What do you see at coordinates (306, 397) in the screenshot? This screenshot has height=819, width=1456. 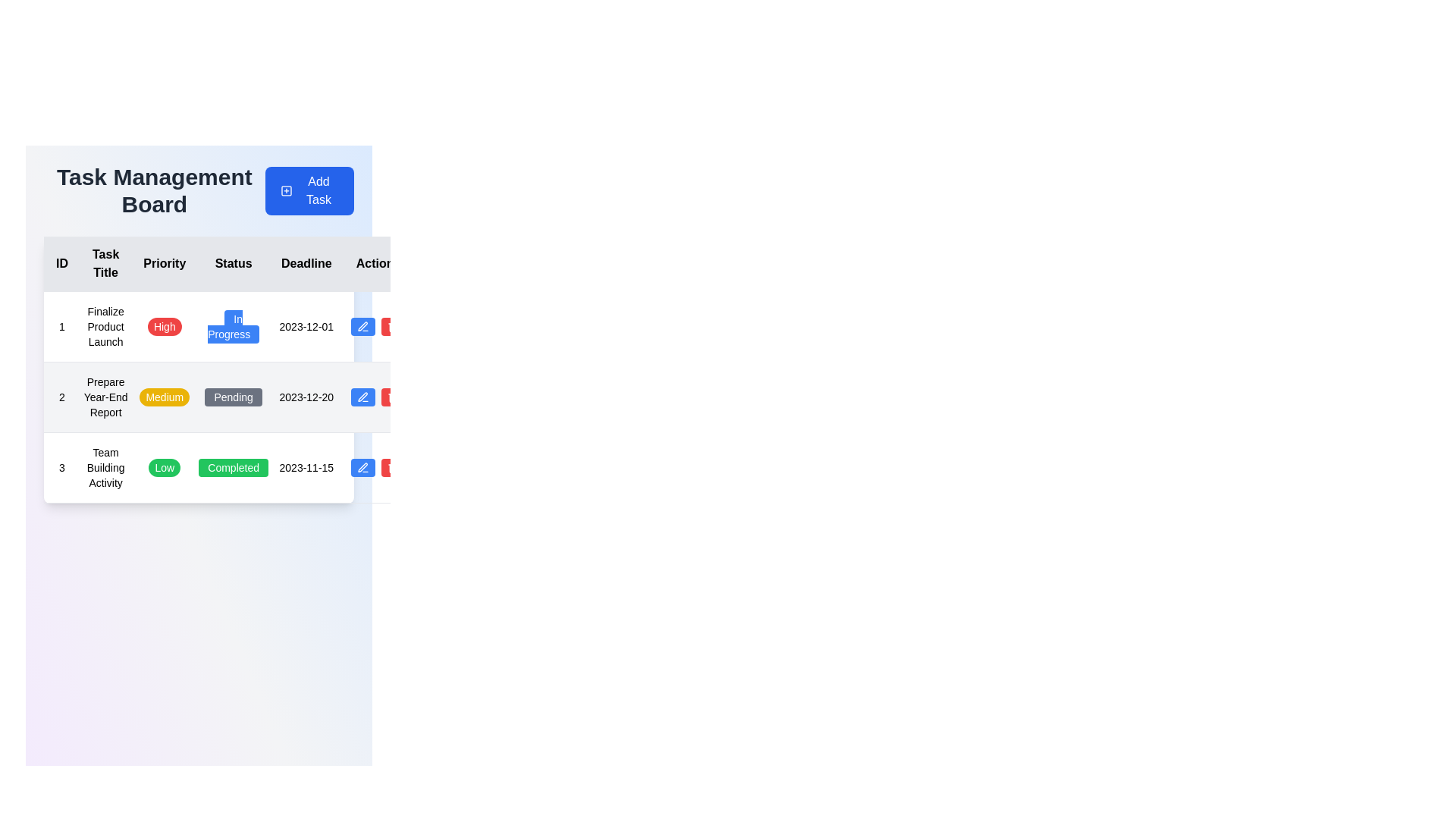 I see `the static text field indicating the deadline for the task 'Prepare Year-End Report' located in the second row of the 'Deadline' column in the task management table` at bounding box center [306, 397].